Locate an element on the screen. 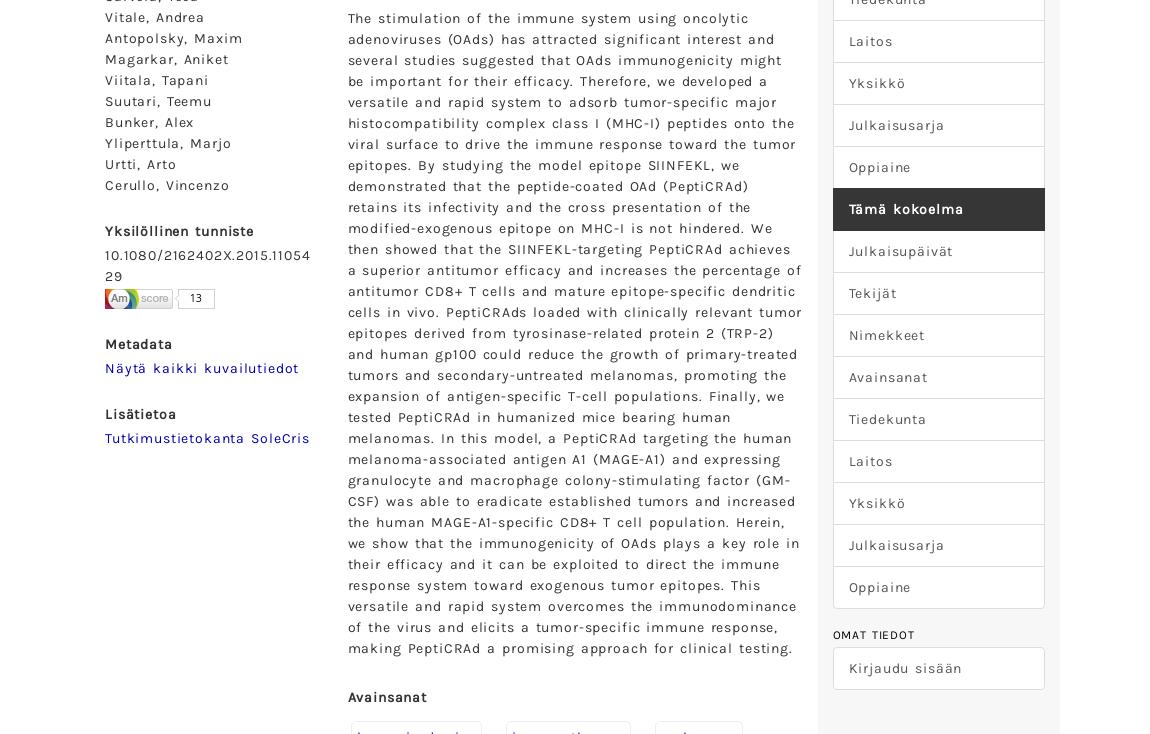  'Näytä kaikki kuvailutiedot' is located at coordinates (201, 367).